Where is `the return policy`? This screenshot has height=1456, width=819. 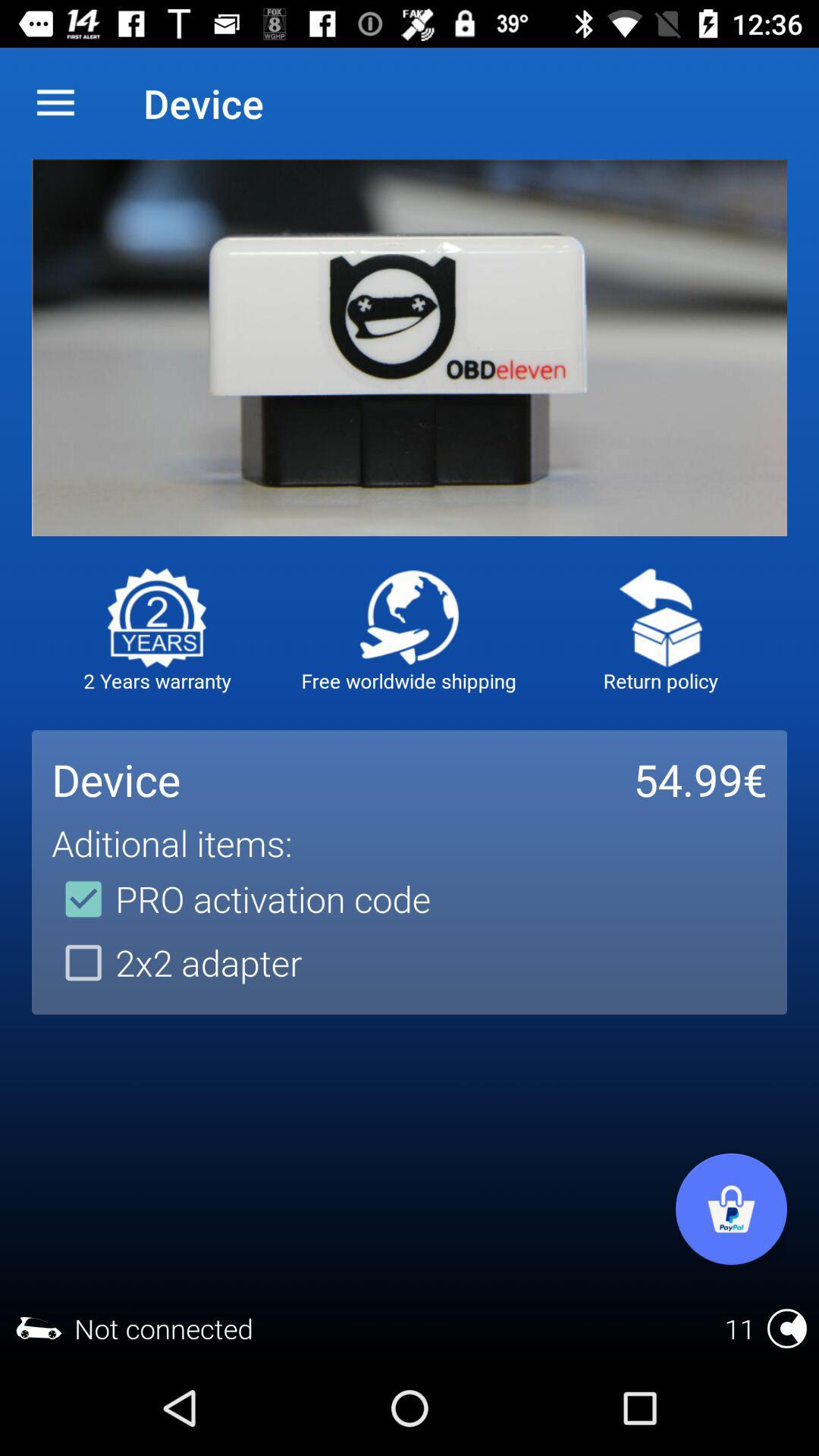 the return policy is located at coordinates (660, 617).